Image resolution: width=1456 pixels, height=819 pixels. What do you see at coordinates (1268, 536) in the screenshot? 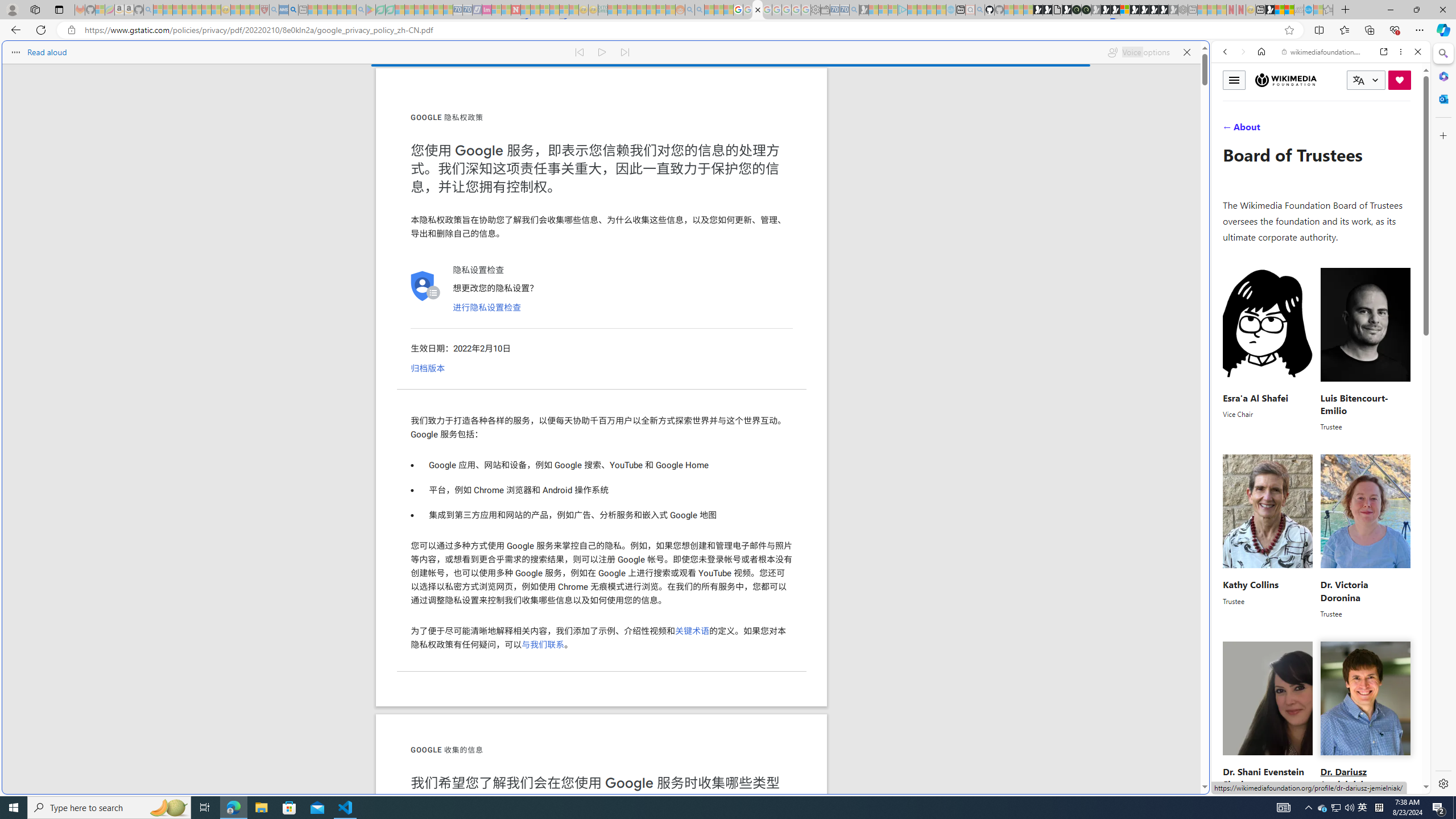
I see `'Kathy CollinsTrustee'` at bounding box center [1268, 536].